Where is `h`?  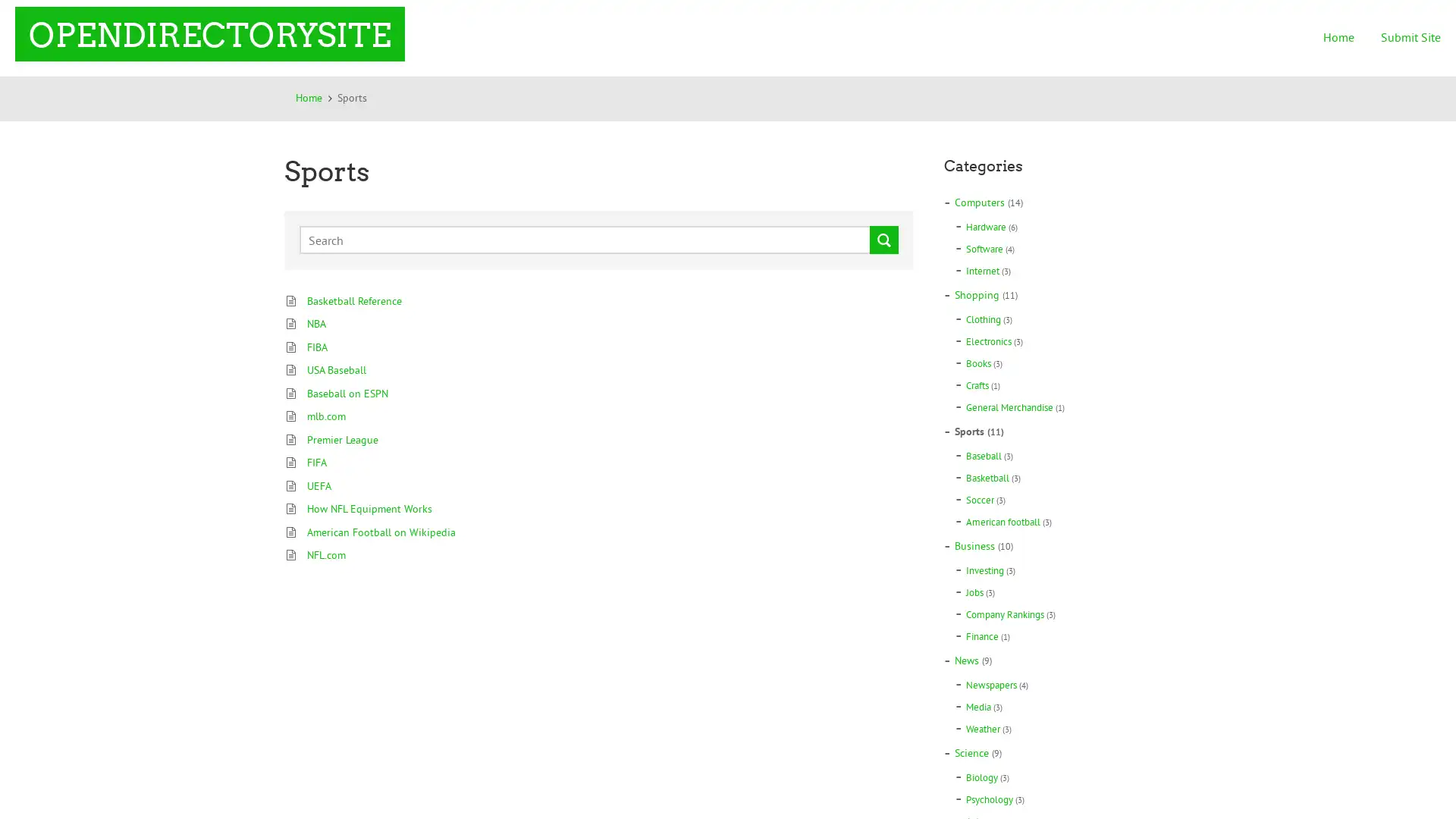
h is located at coordinates (884, 239).